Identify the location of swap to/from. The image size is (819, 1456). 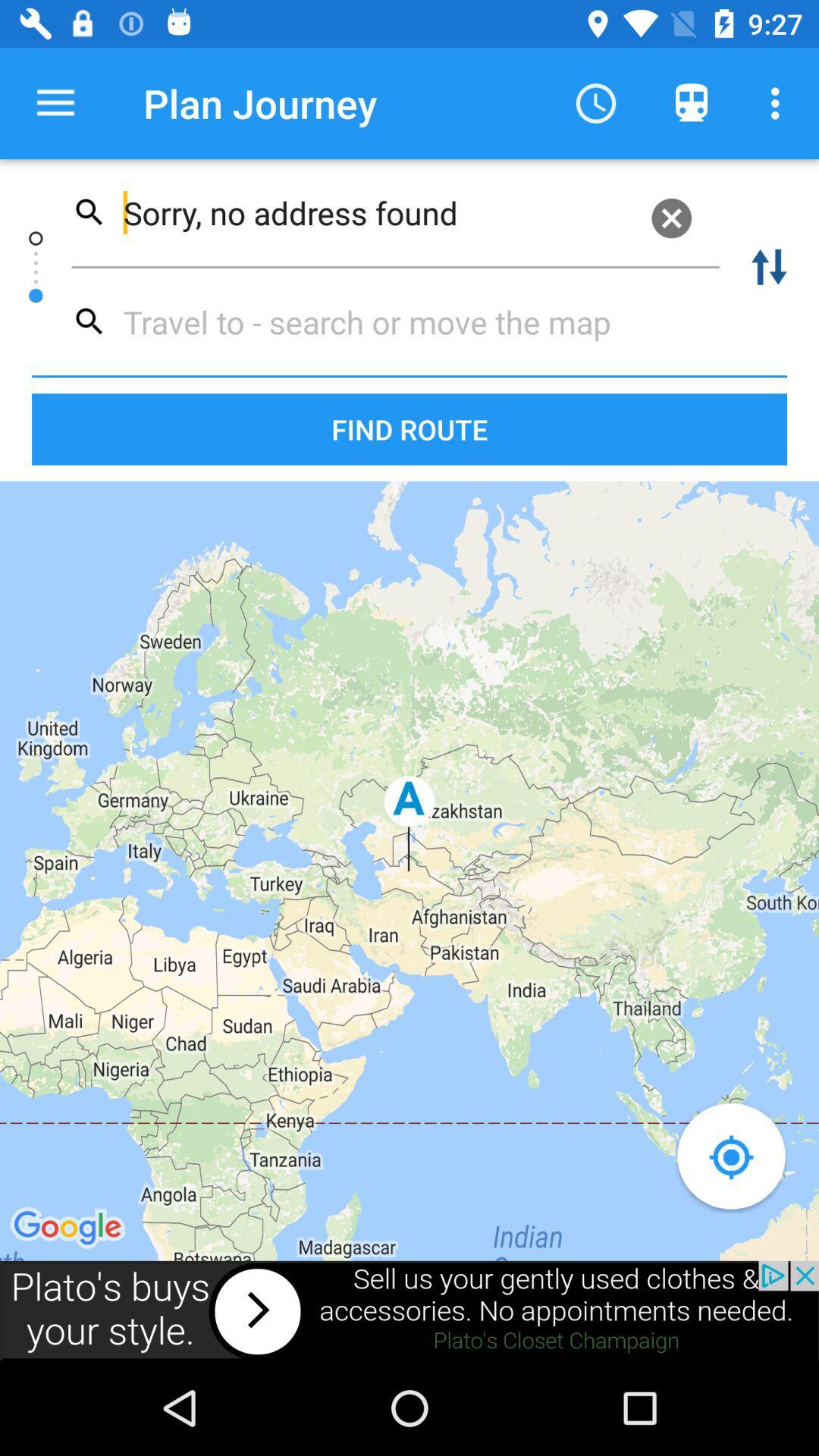
(769, 267).